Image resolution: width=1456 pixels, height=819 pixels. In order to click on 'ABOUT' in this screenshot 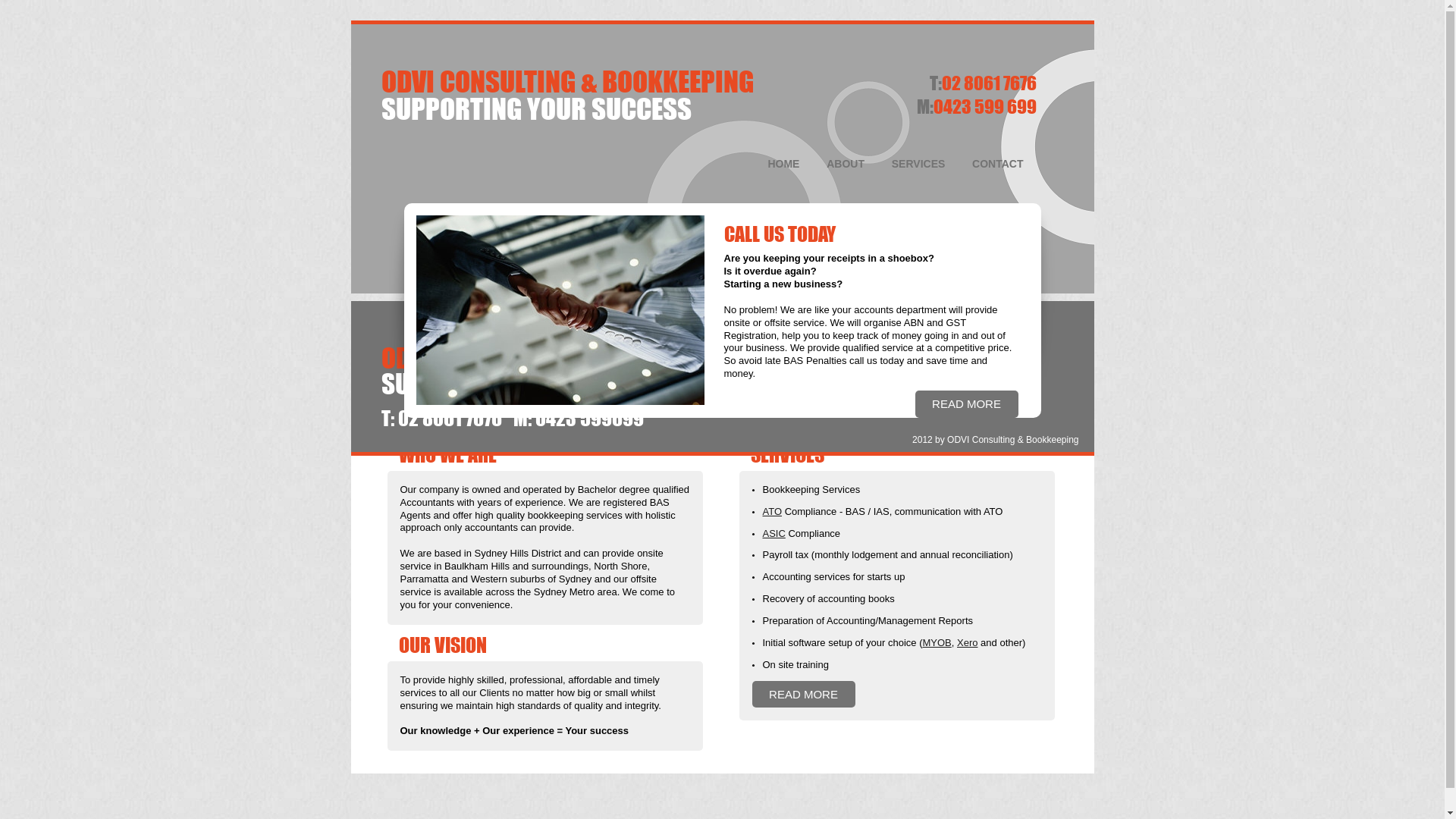, I will do `click(845, 164)`.